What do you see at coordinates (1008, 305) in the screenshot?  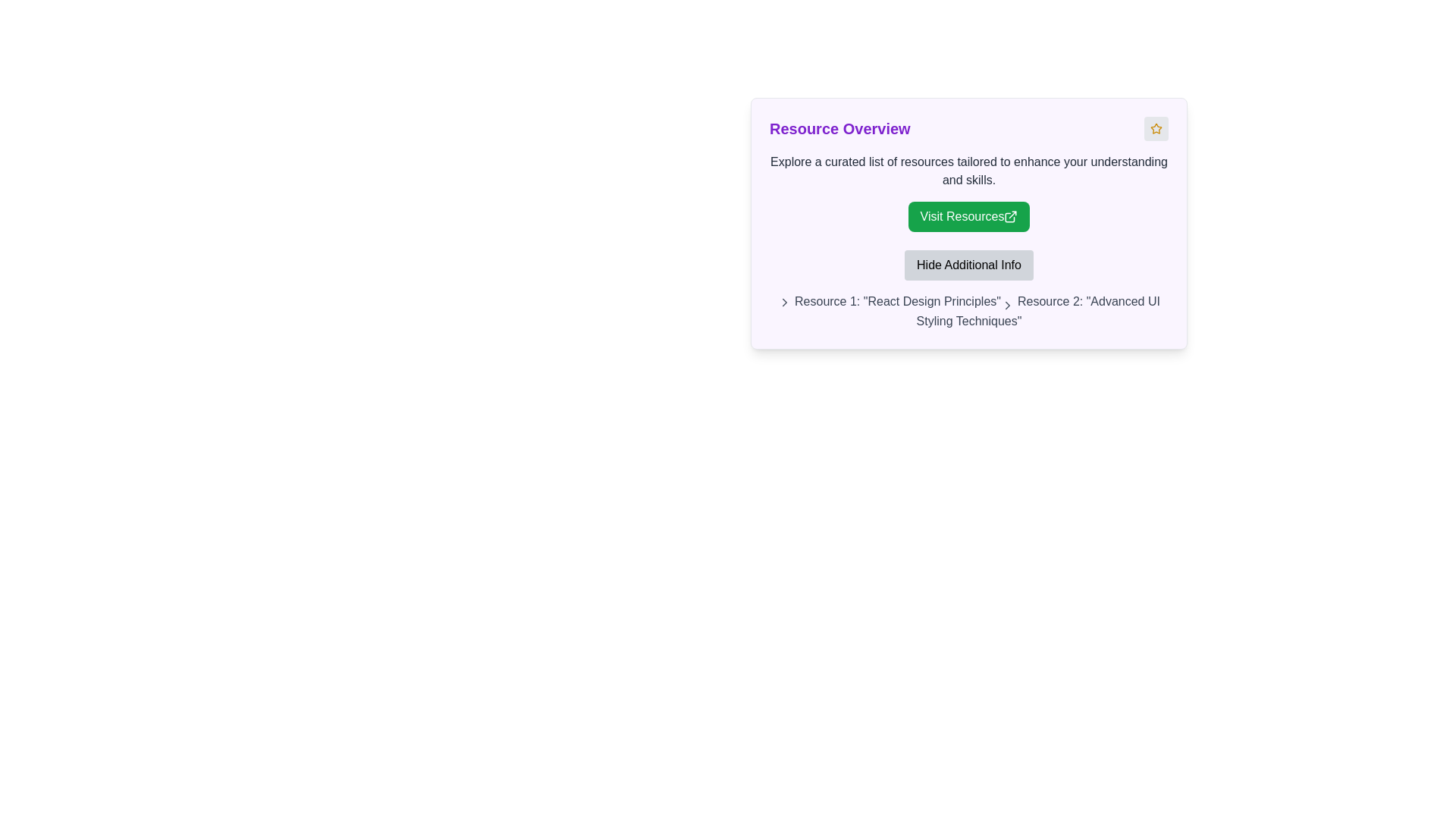 I see `the rightward chevron SVG icon located to the left of the text 'Resource 1: React Design Principles'` at bounding box center [1008, 305].